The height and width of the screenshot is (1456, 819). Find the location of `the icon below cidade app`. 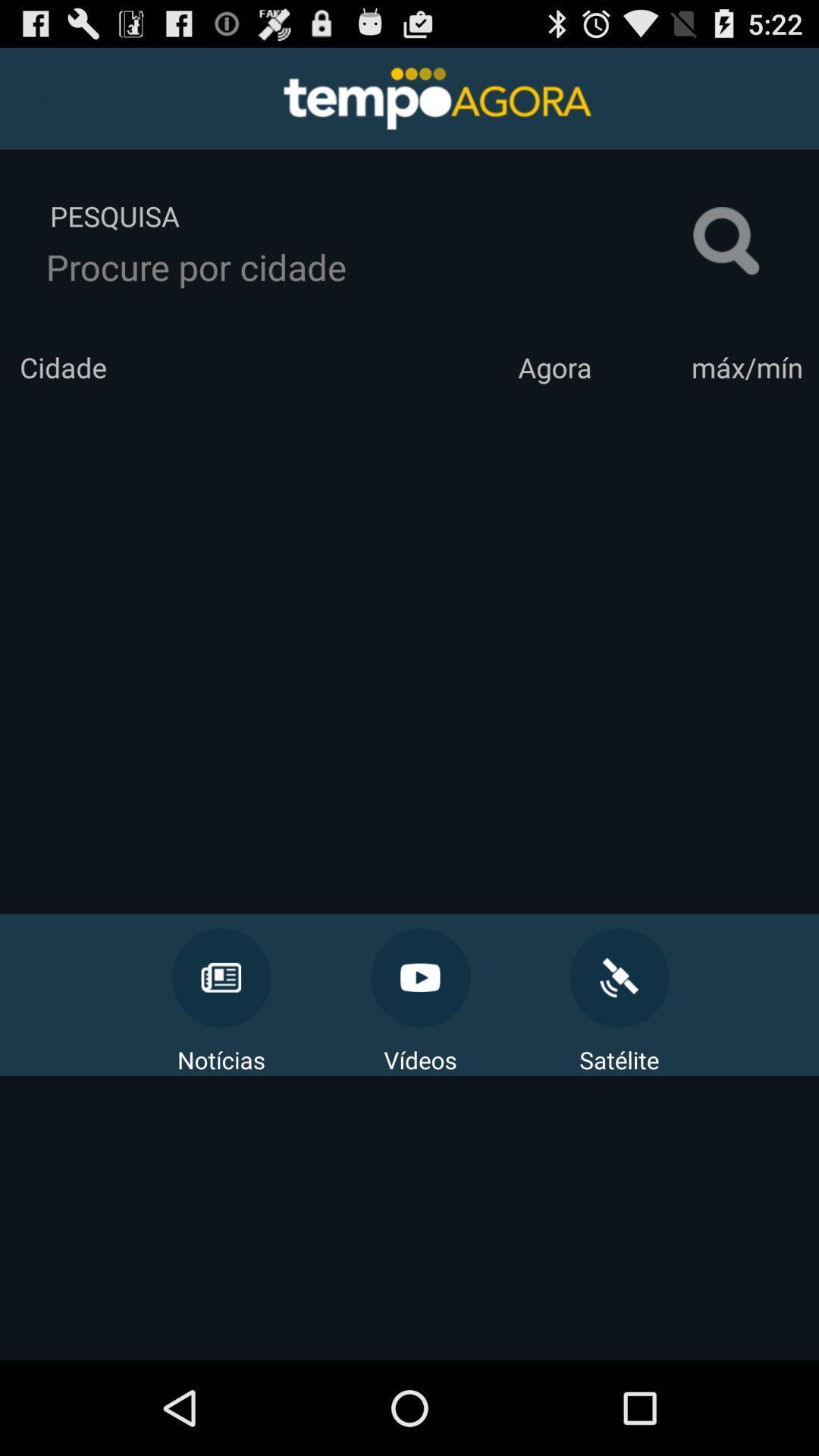

the icon below cidade app is located at coordinates (409, 650).